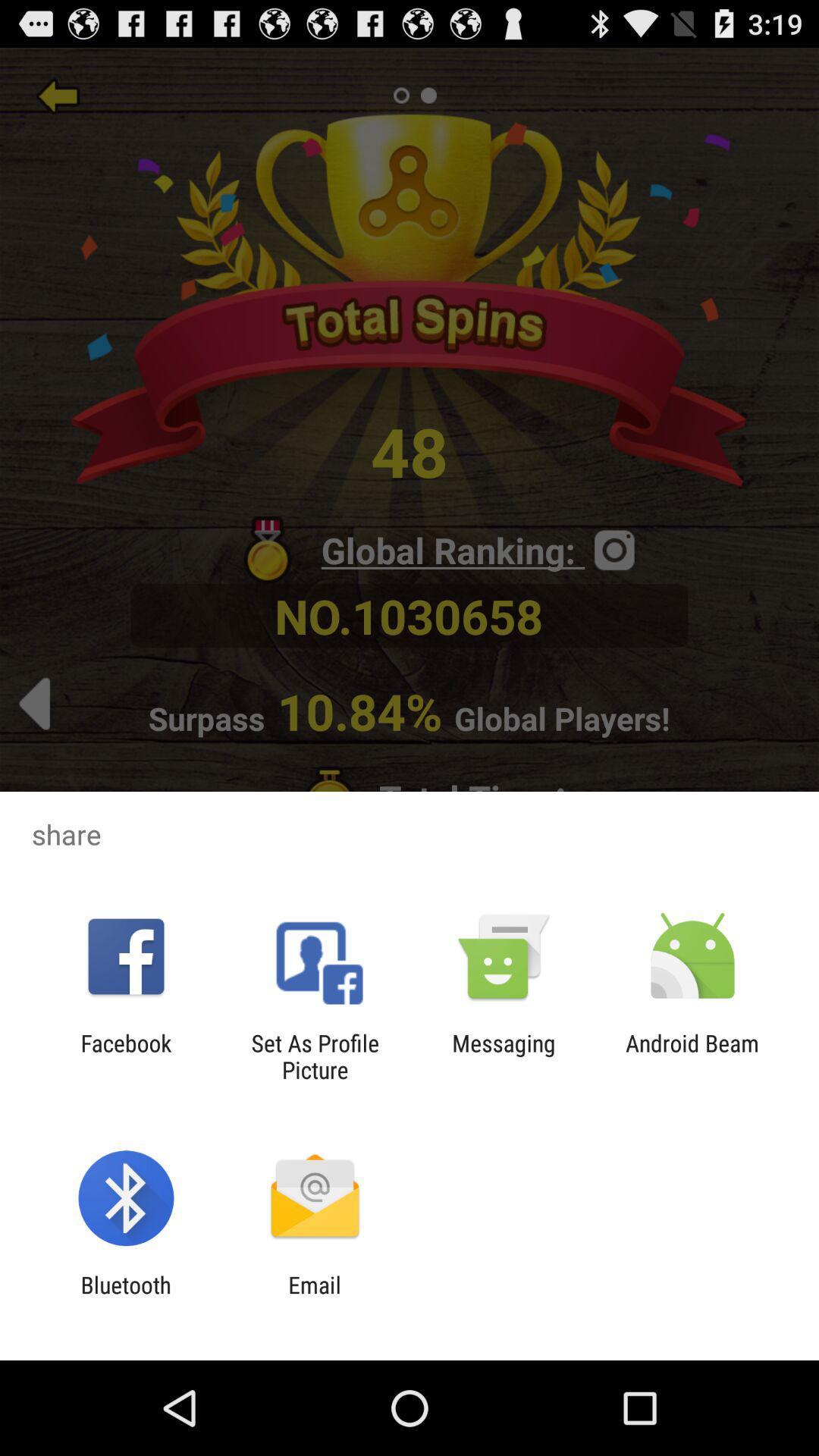 The height and width of the screenshot is (1456, 819). What do you see at coordinates (504, 1056) in the screenshot?
I see `the icon next to the android beam item` at bounding box center [504, 1056].